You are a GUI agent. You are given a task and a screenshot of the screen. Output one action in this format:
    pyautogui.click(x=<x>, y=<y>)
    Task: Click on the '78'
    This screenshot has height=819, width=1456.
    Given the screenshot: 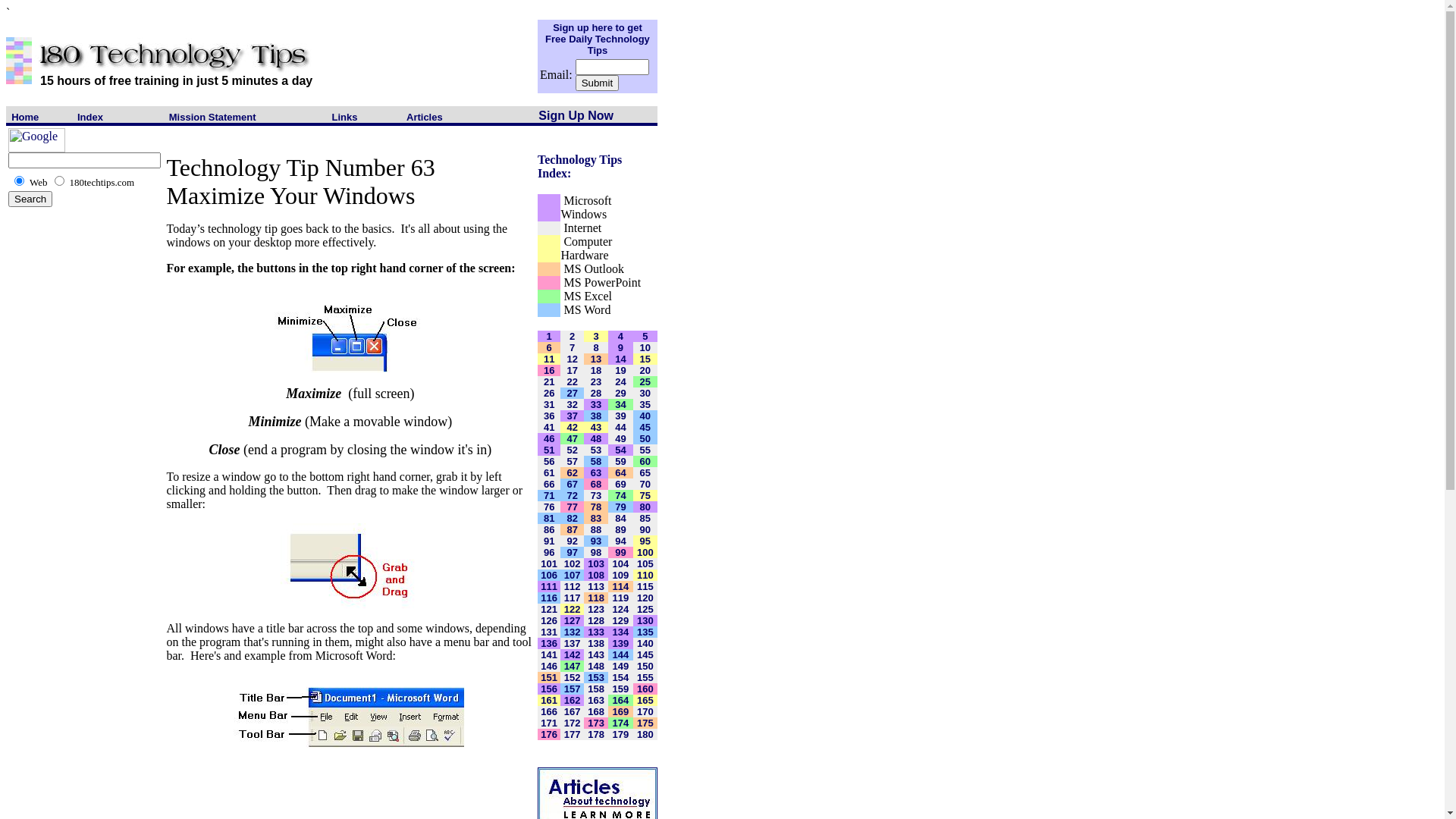 What is the action you would take?
    pyautogui.click(x=595, y=507)
    